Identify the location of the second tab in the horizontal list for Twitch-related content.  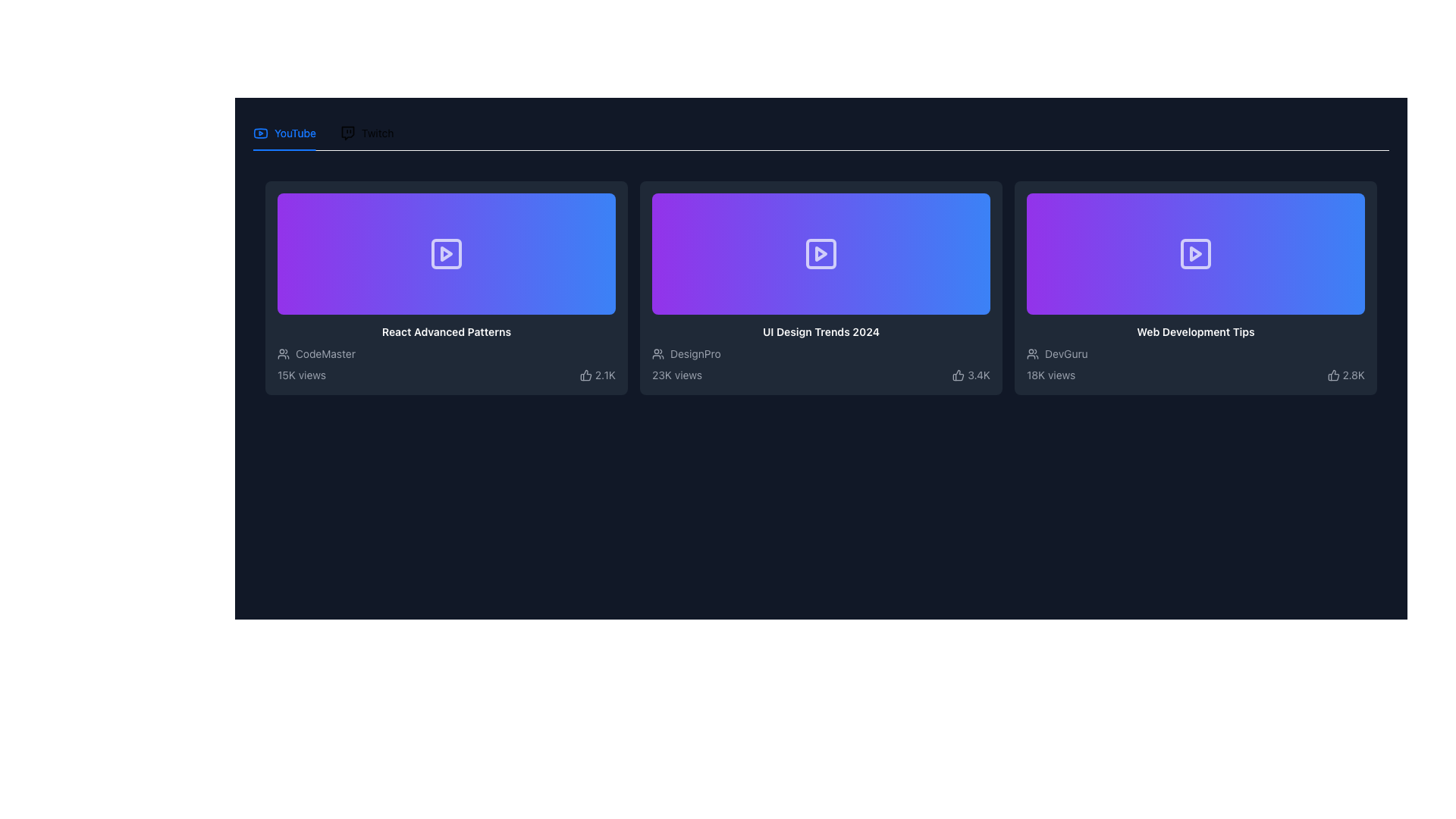
(367, 133).